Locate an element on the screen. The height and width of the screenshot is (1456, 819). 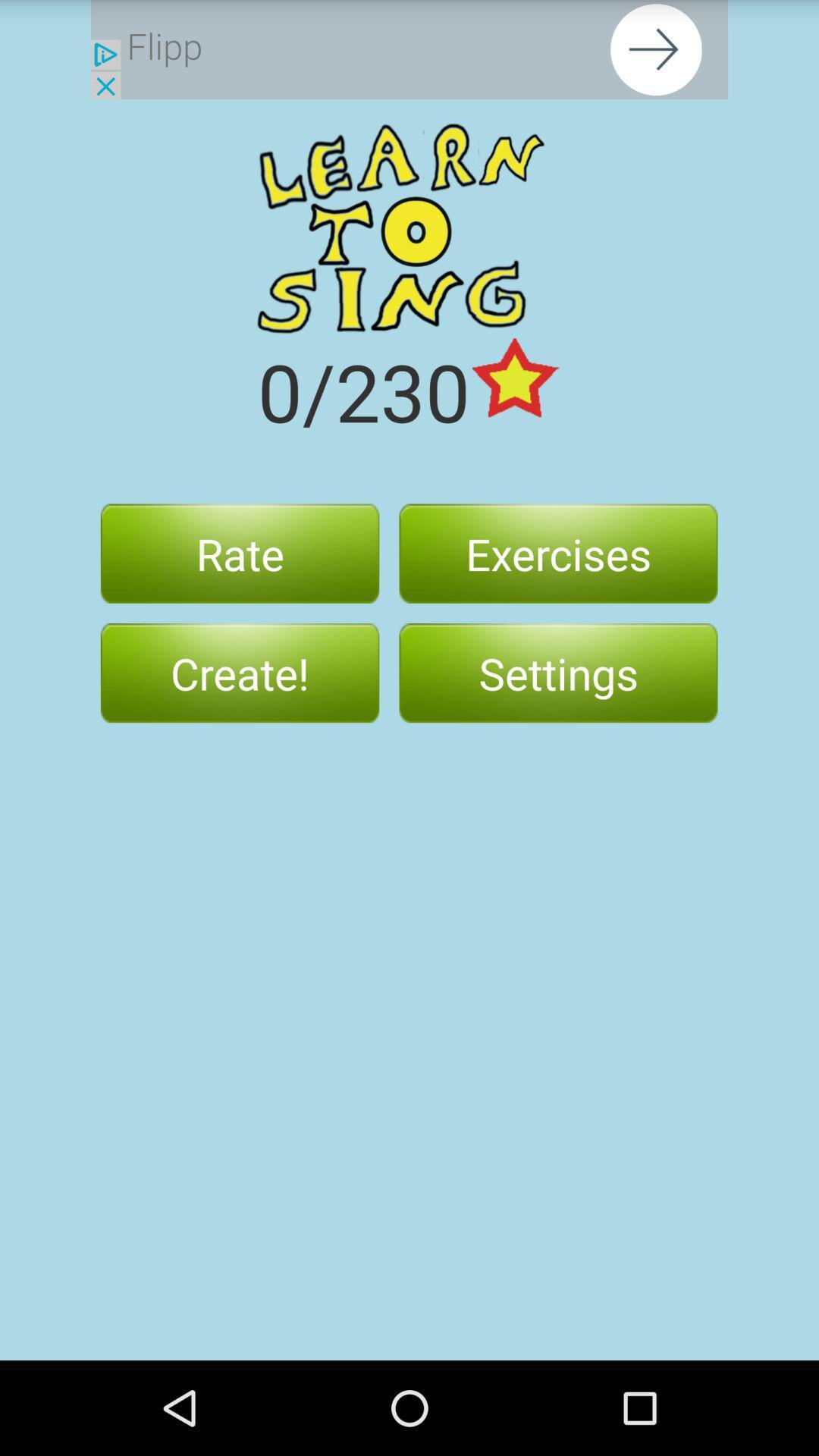
next is located at coordinates (409, 49).